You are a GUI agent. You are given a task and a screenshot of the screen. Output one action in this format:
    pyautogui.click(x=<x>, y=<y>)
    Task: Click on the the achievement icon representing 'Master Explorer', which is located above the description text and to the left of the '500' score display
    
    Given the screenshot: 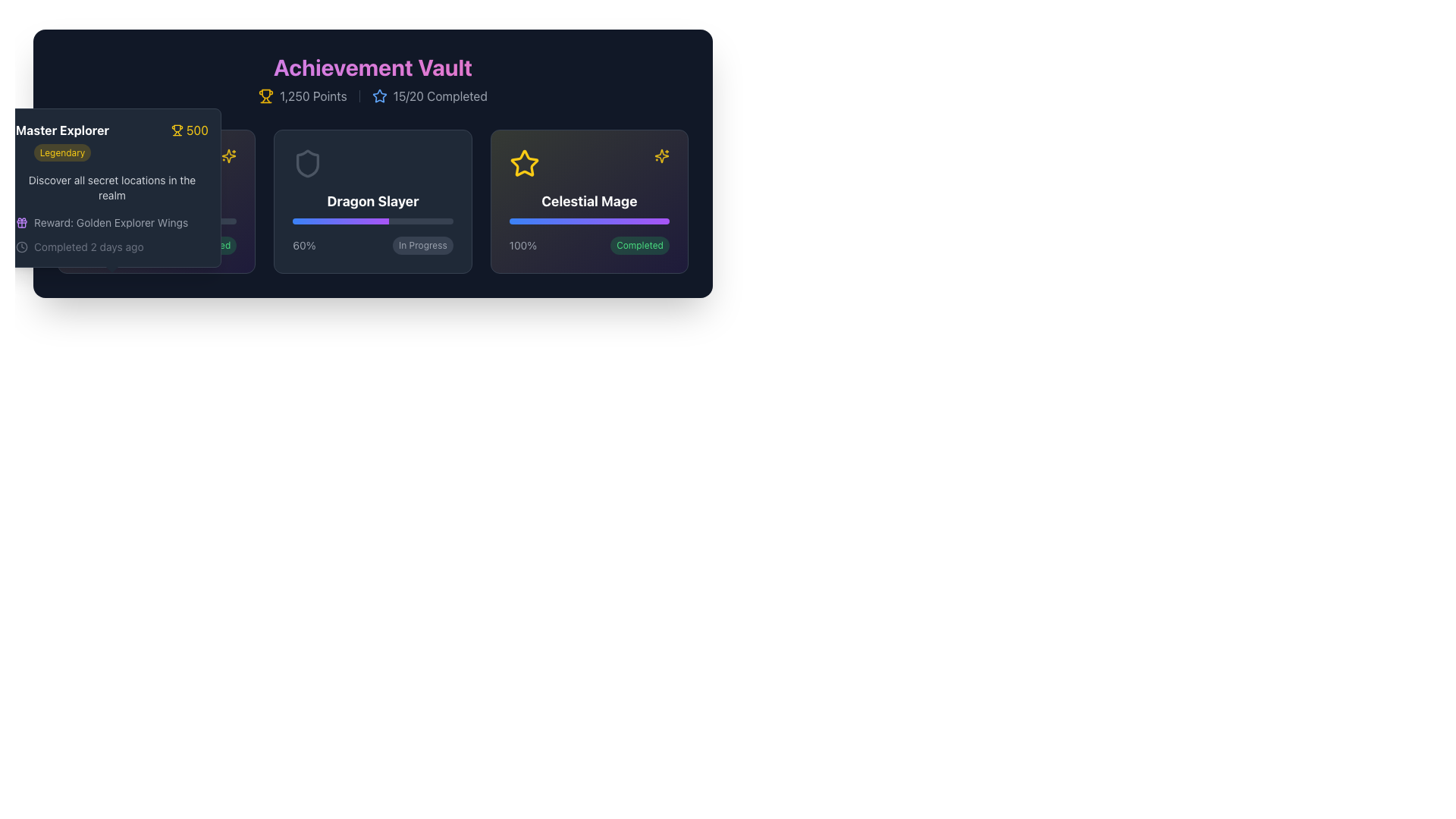 What is the action you would take?
    pyautogui.click(x=90, y=164)
    